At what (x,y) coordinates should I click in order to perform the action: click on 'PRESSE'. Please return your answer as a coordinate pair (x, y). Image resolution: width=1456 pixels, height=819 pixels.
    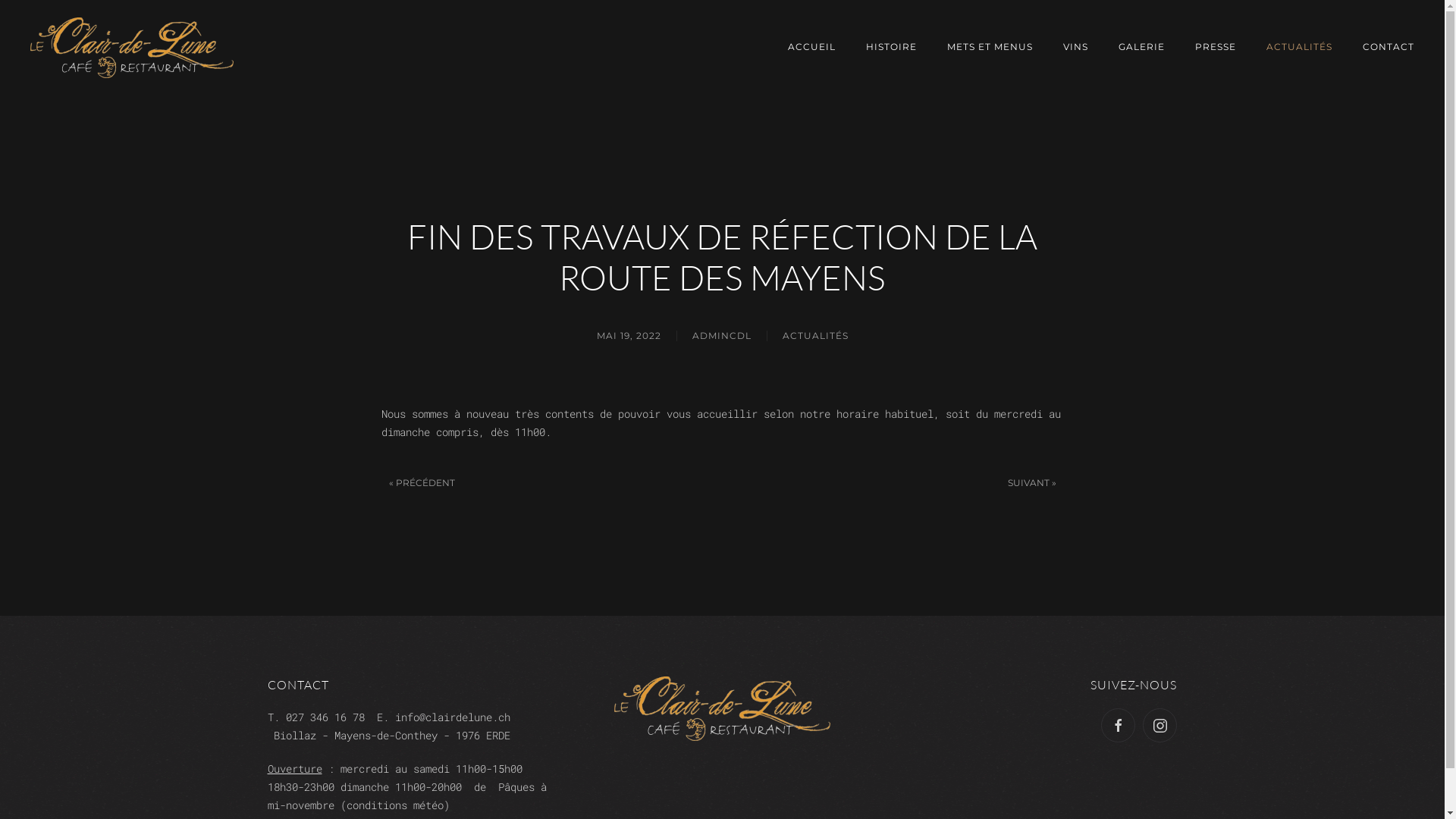
    Looking at the image, I should click on (1216, 46).